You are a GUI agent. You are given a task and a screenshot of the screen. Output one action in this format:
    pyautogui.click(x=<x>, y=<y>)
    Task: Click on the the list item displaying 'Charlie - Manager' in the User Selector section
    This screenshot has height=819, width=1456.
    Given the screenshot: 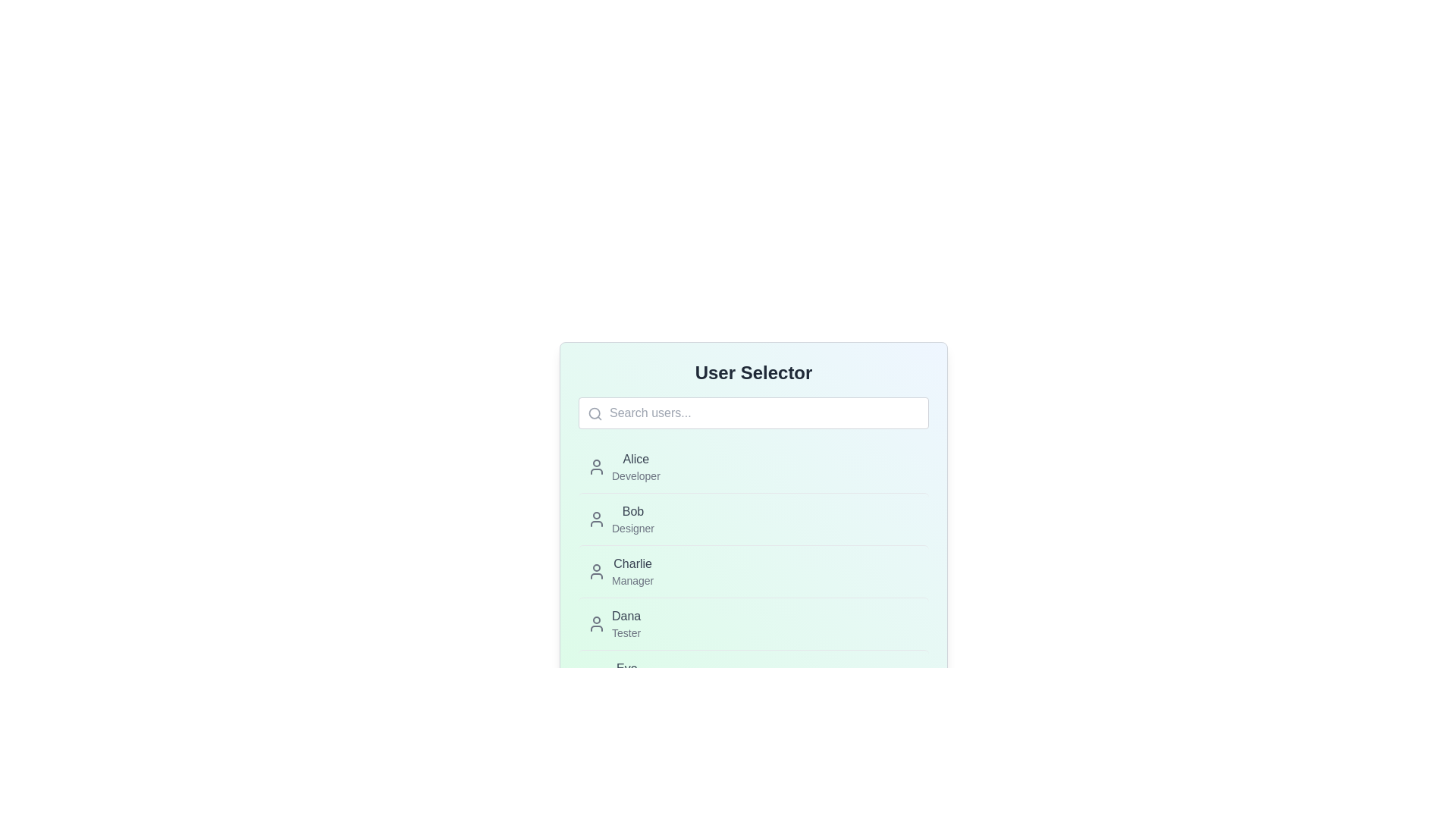 What is the action you would take?
    pyautogui.click(x=753, y=571)
    